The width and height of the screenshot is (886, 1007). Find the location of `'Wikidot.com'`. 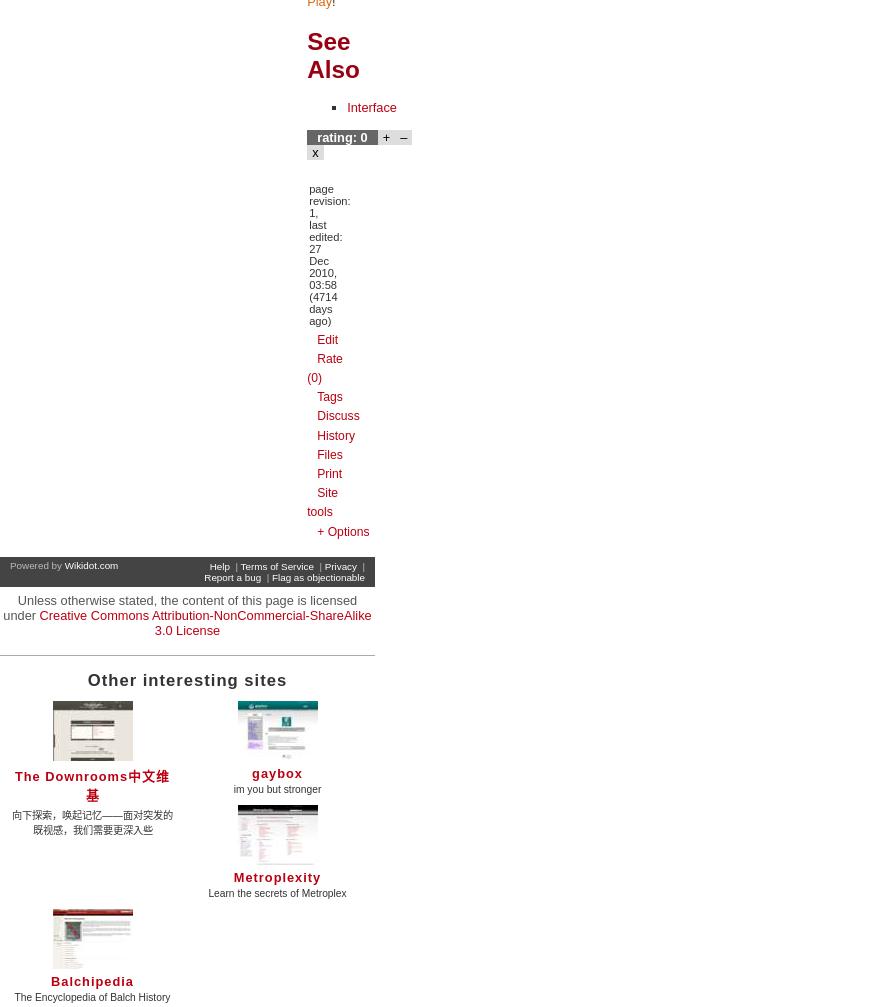

'Wikidot.com' is located at coordinates (62, 563).